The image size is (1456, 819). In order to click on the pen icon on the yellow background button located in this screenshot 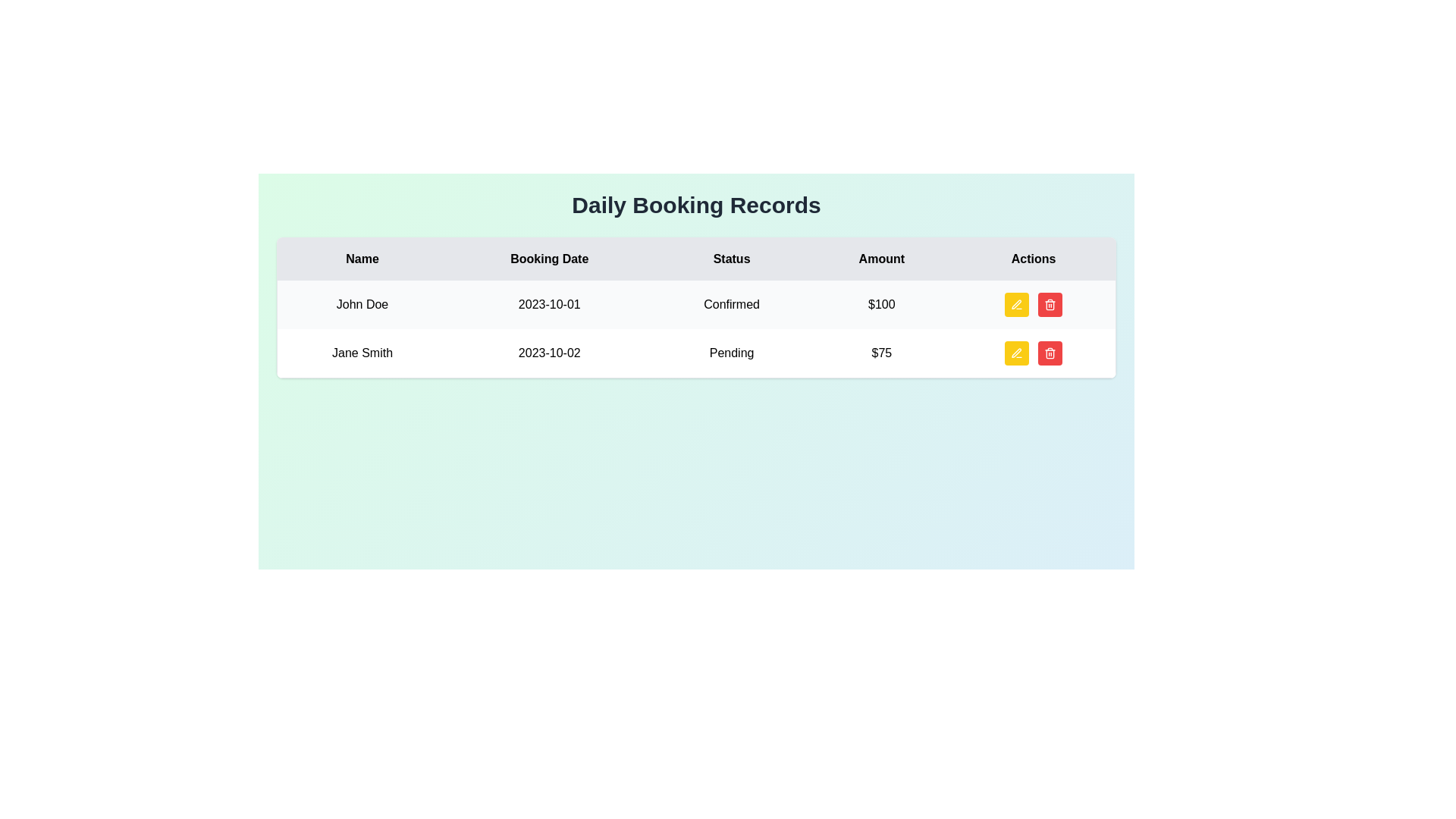, I will do `click(1016, 304)`.